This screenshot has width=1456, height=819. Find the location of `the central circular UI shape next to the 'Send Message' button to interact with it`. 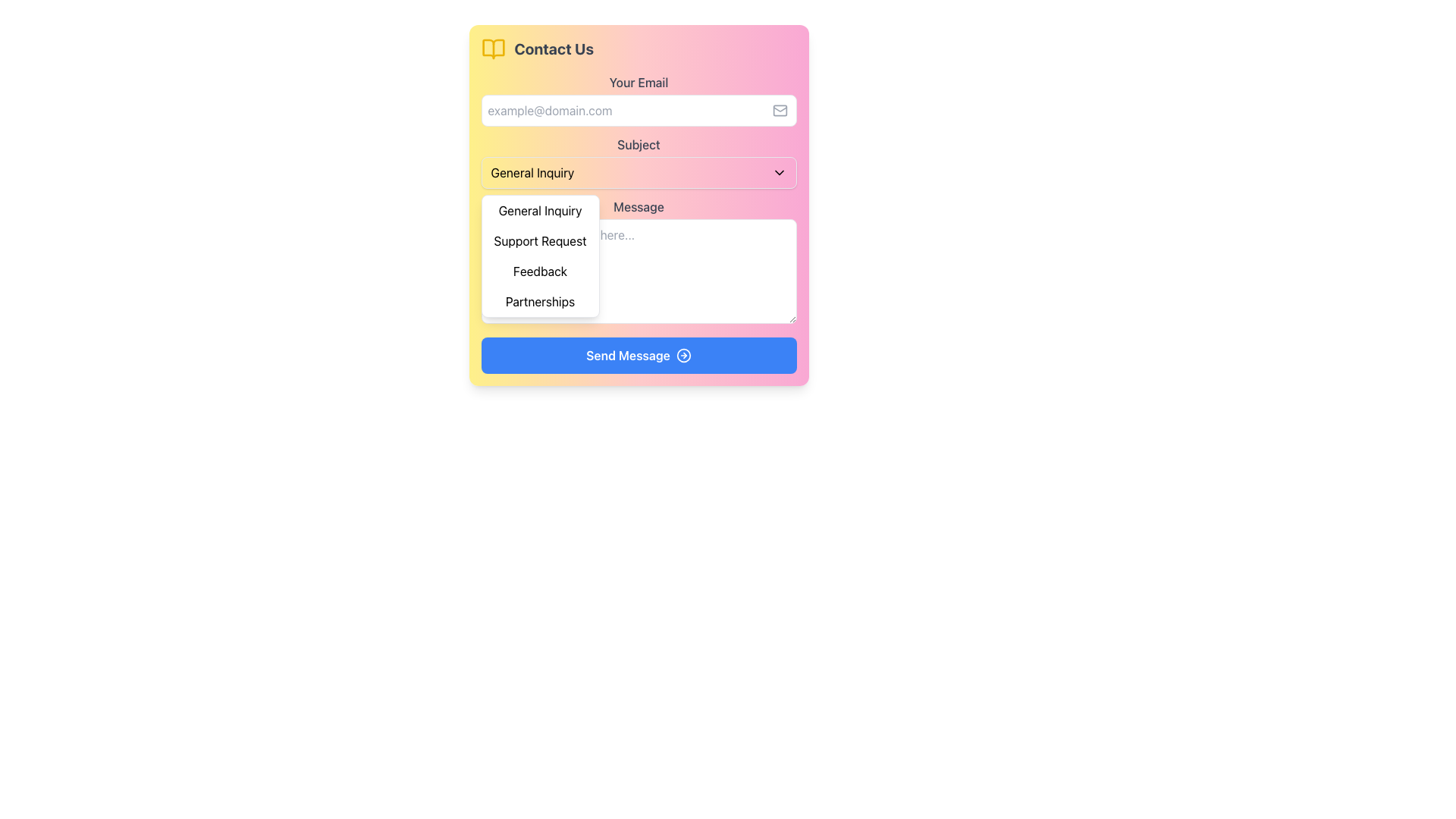

the central circular UI shape next to the 'Send Message' button to interact with it is located at coordinates (682, 356).